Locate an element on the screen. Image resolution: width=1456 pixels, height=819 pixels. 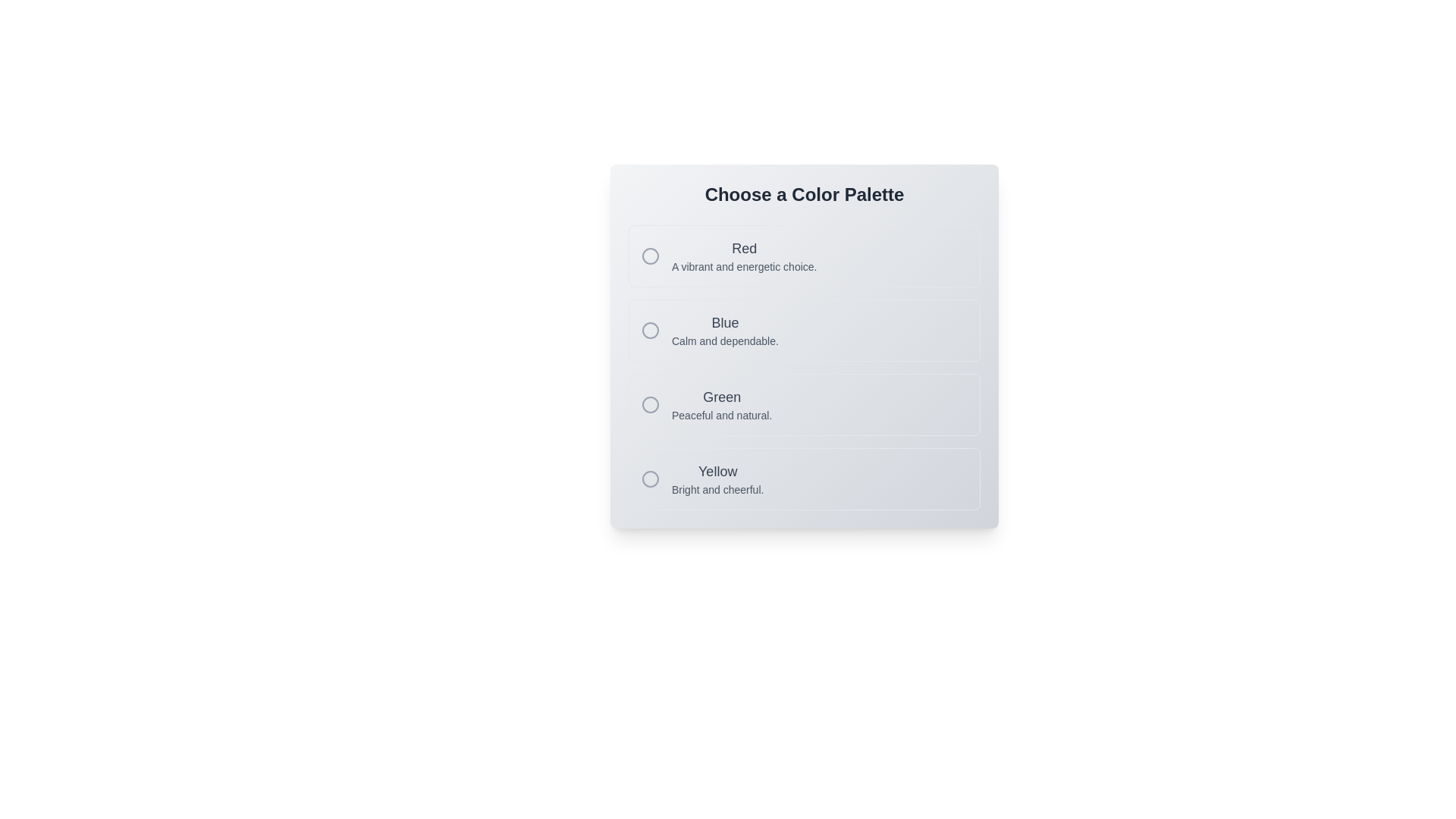
the circular graphic representing the 'Green' option in the selection interface, which is the third option in a vertical list is located at coordinates (651, 403).